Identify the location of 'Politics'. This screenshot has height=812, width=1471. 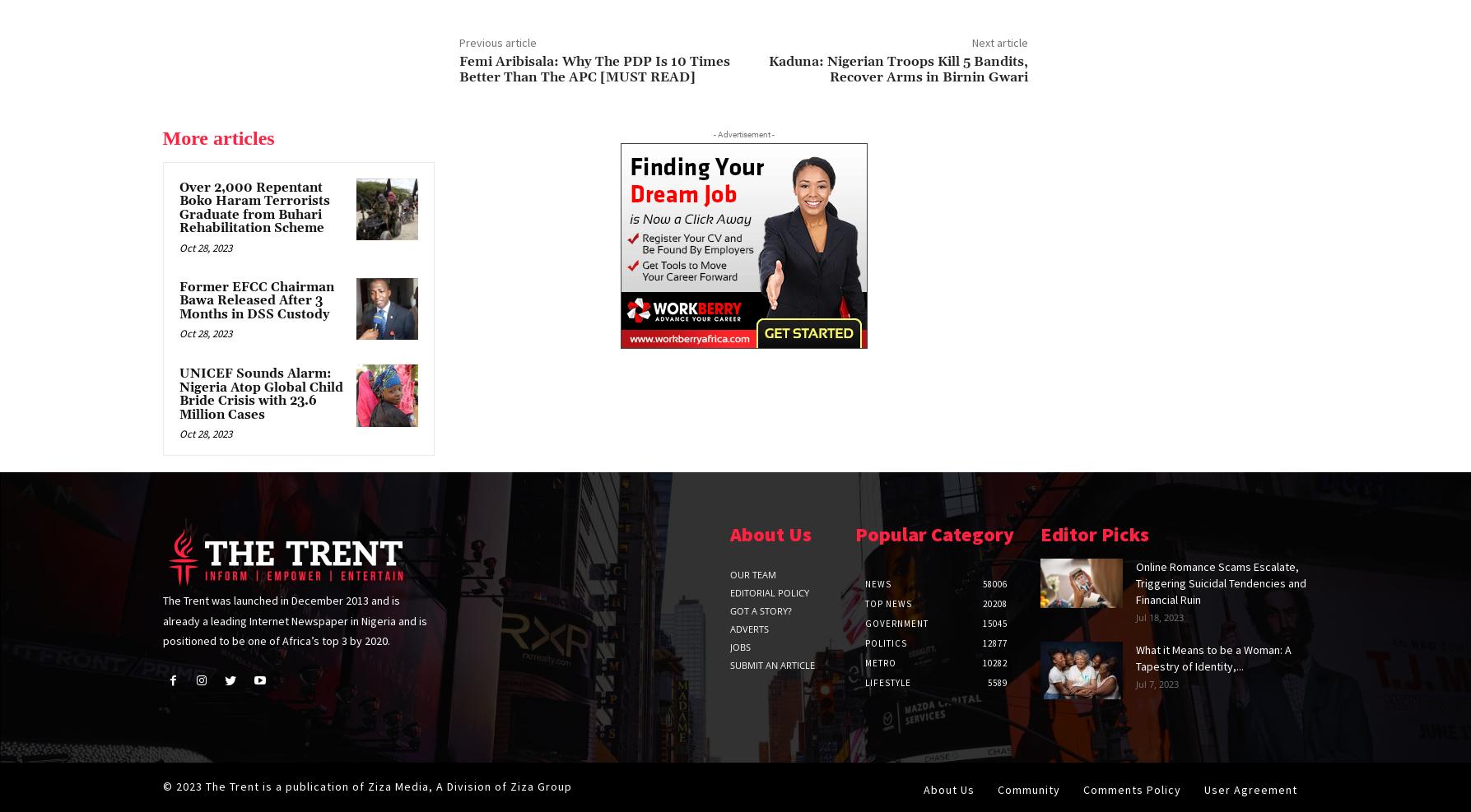
(864, 643).